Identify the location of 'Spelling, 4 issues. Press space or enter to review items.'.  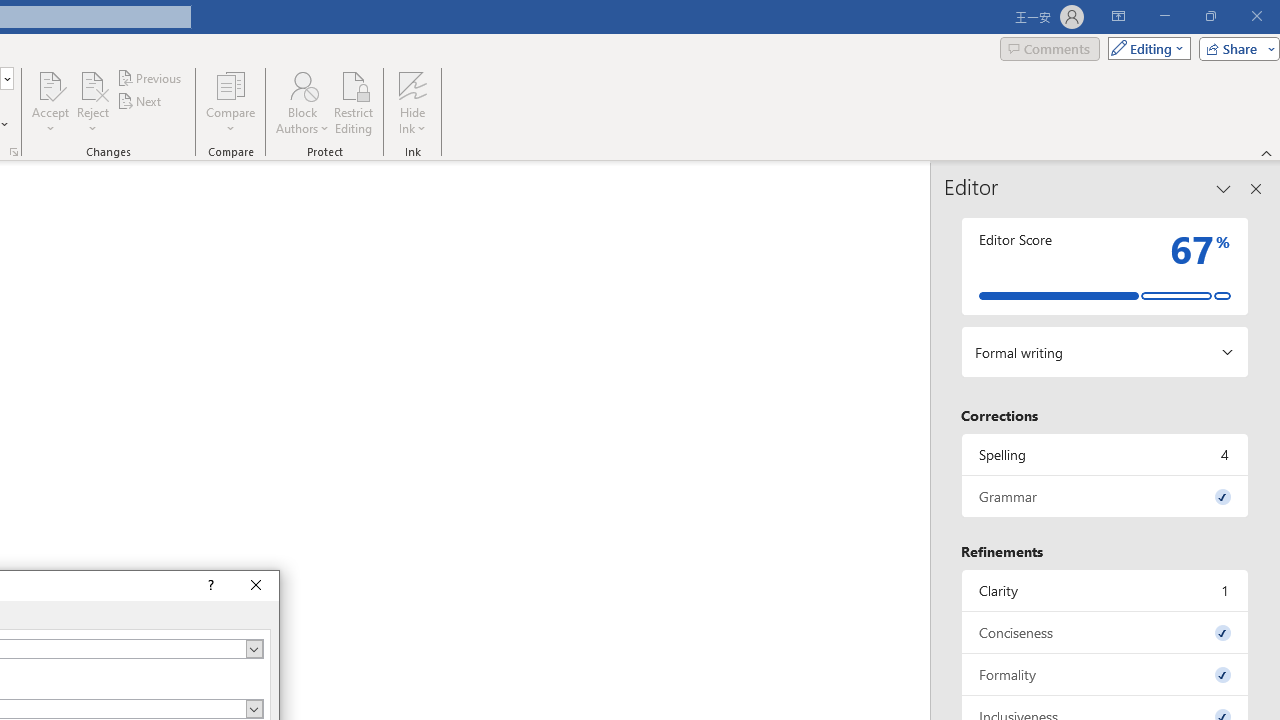
(1104, 454).